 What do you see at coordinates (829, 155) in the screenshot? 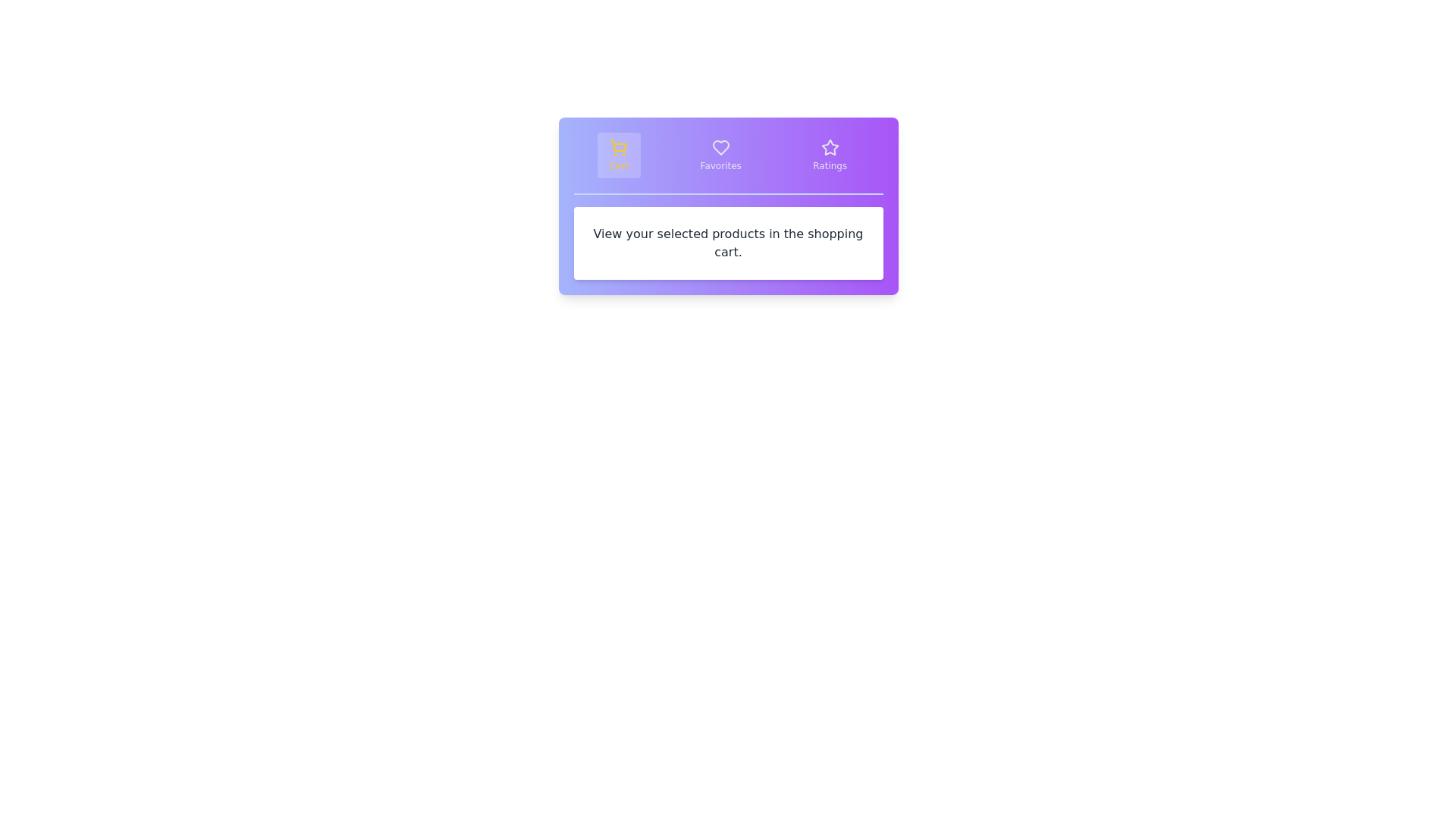
I see `the button featuring a star icon and the word 'Ratings' underneath` at bounding box center [829, 155].